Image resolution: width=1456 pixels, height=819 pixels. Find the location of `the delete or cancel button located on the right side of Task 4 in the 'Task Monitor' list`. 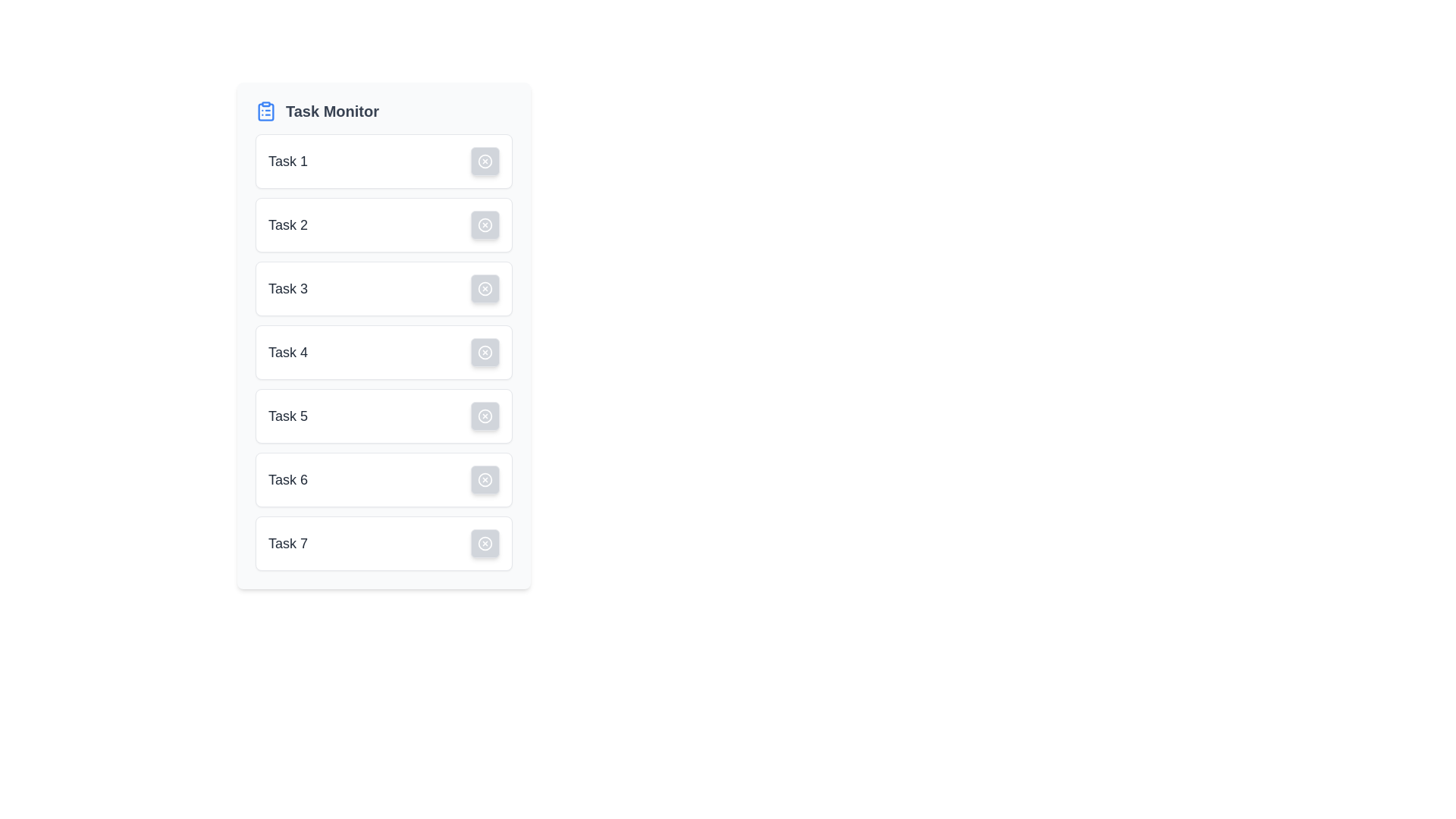

the delete or cancel button located on the right side of Task 4 in the 'Task Monitor' list is located at coordinates (484, 353).